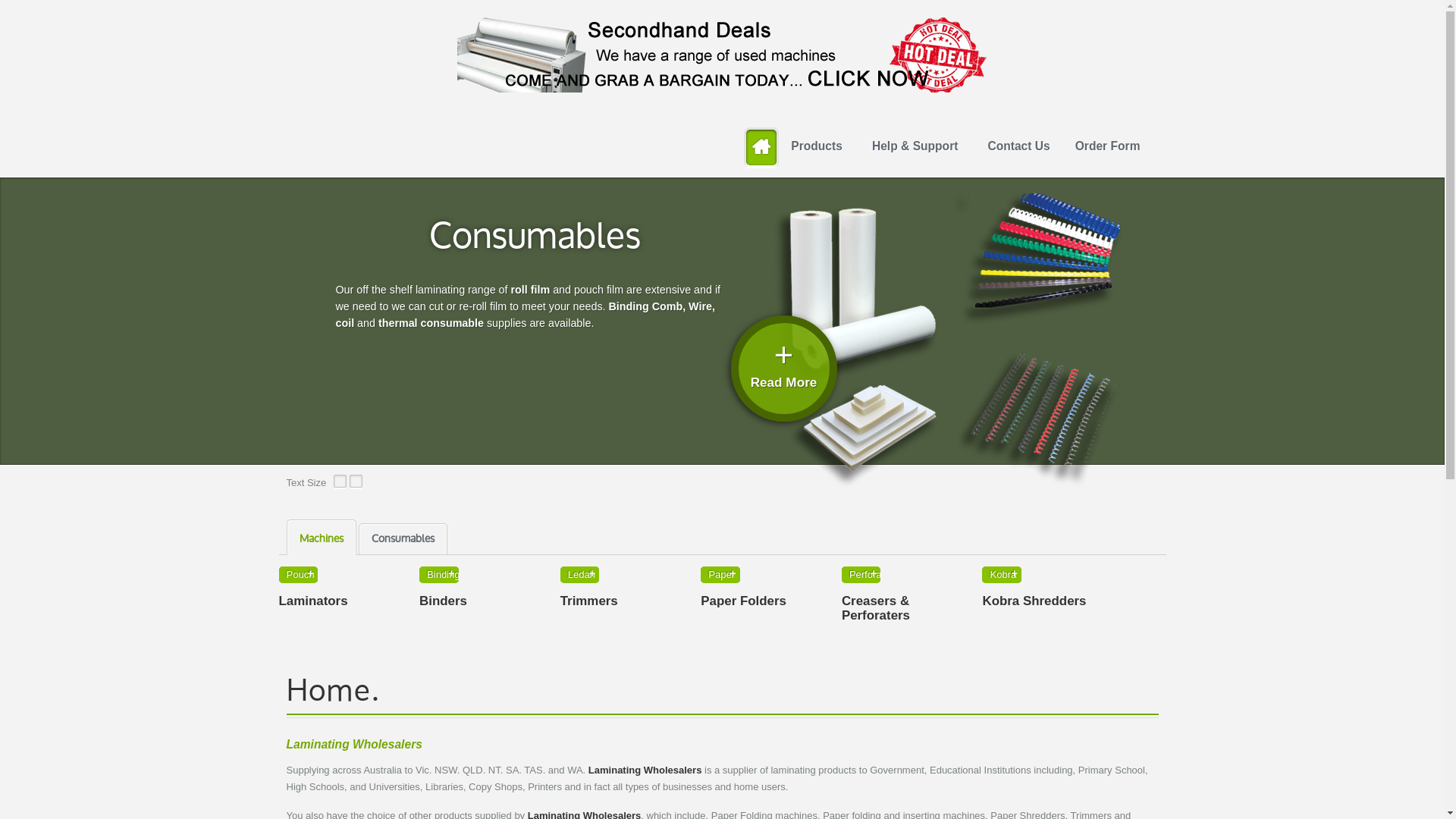 The width and height of the screenshot is (1456, 819). What do you see at coordinates (861, 574) in the screenshot?
I see `'A3 Card Creasing Machine, A3 Card Perforating Machine` at bounding box center [861, 574].